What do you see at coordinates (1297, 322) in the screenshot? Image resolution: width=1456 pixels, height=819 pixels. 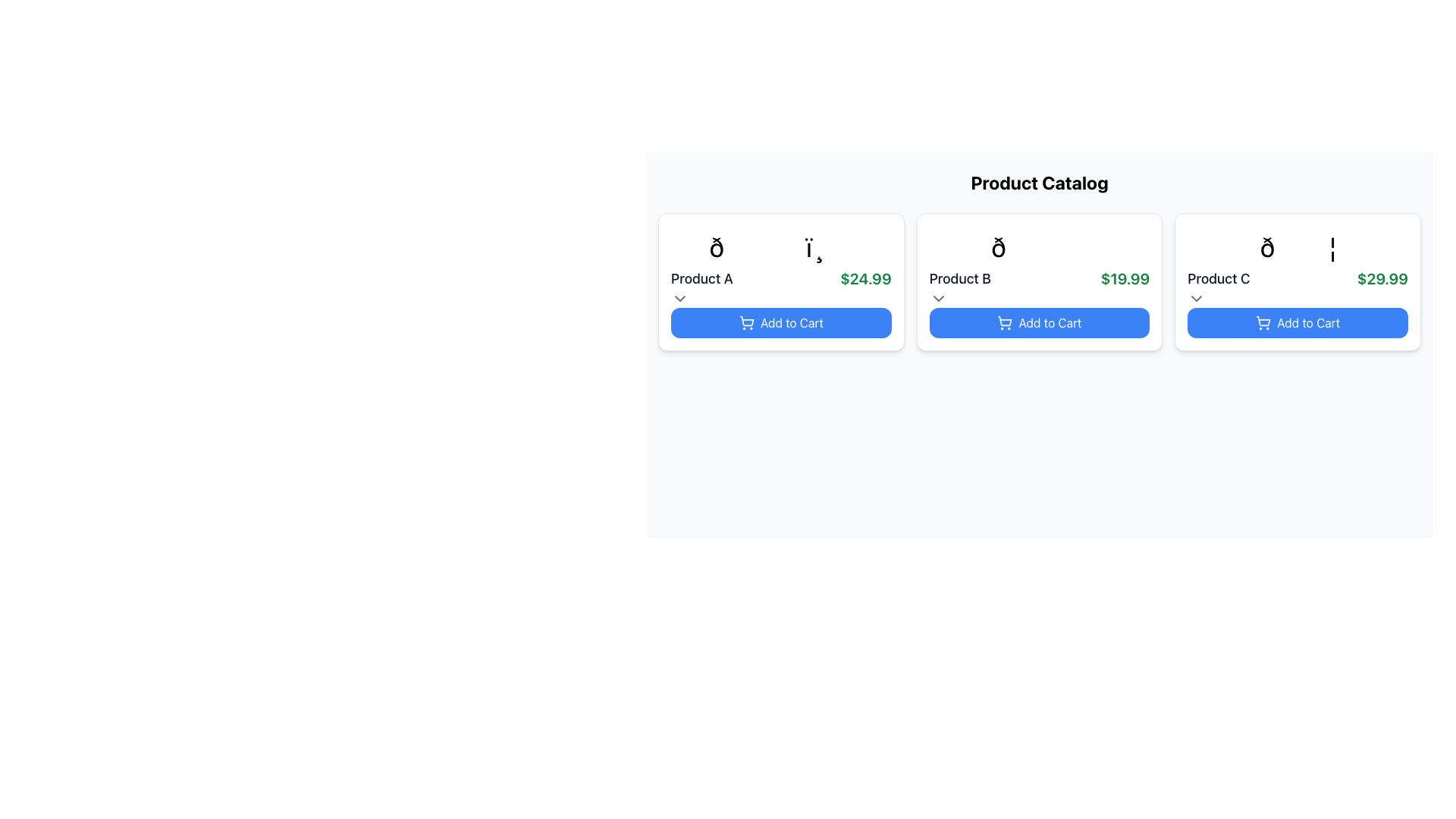 I see `the button located at the bottom-center of the card for 'Product C'` at bounding box center [1297, 322].